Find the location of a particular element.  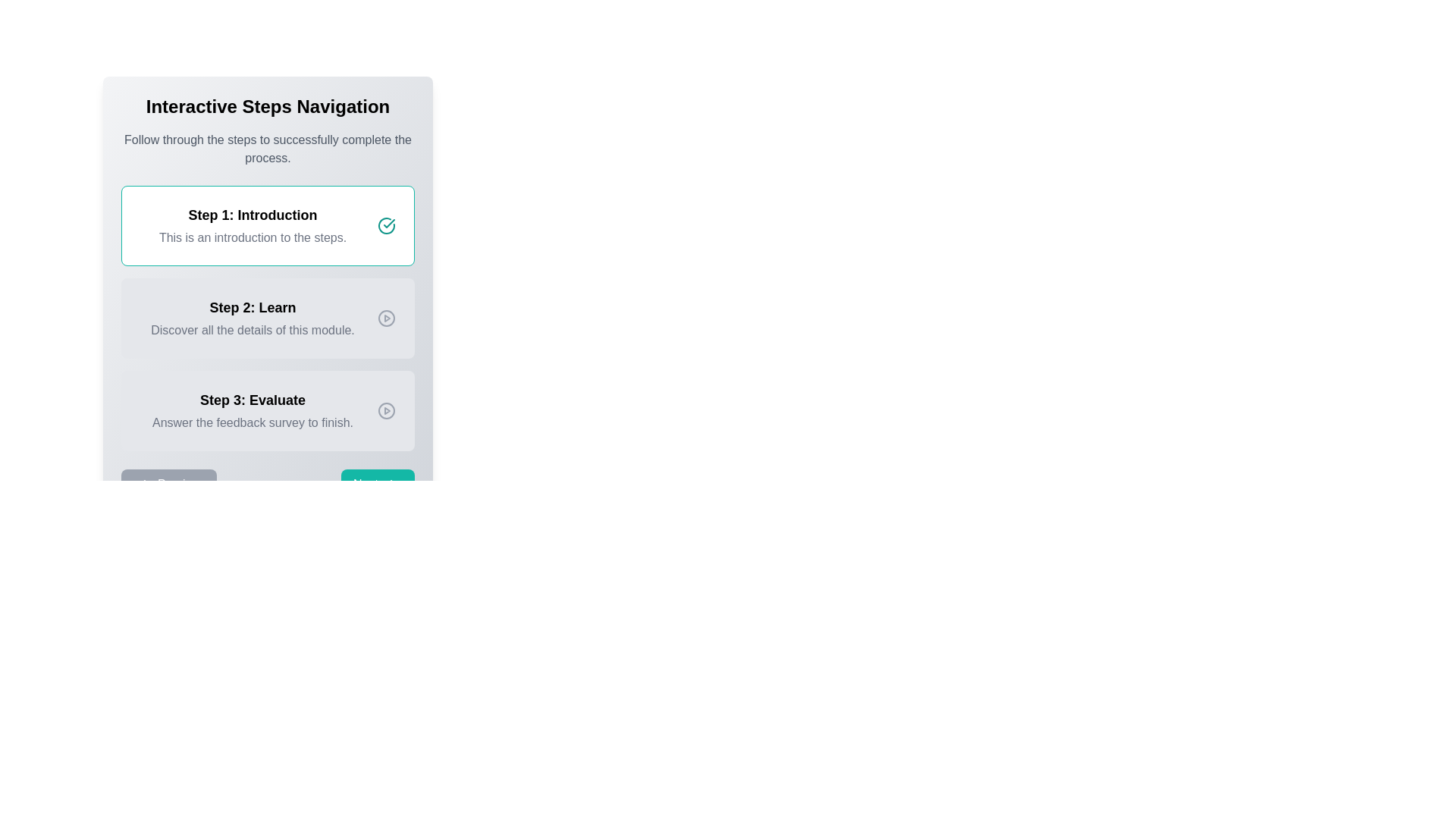

the circular play button with a hollow triangular play icon located at the center of the 'Step 3: Evaluate' card to initiate the action is located at coordinates (386, 411).